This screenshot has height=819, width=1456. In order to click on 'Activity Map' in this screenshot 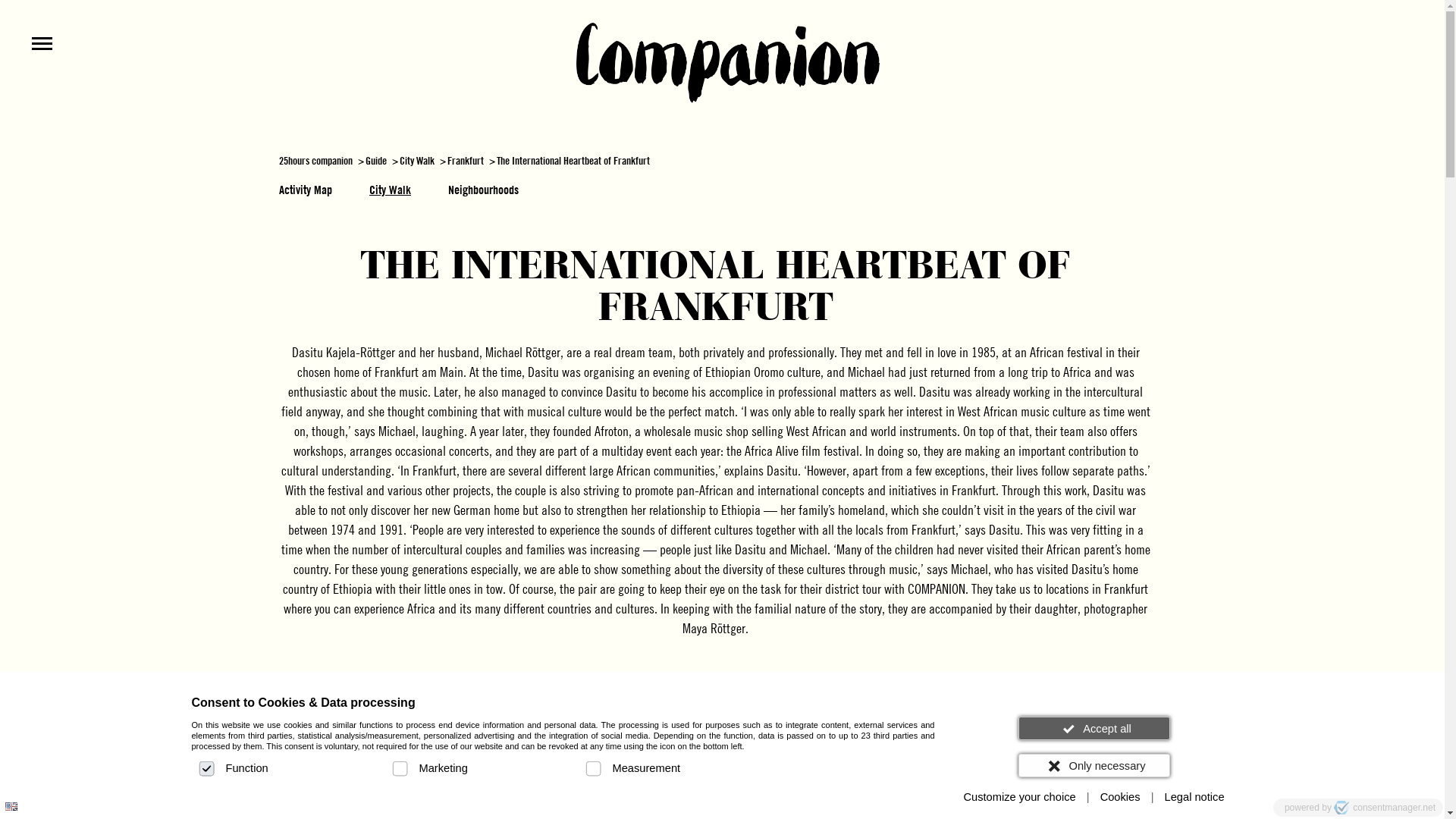, I will do `click(305, 189)`.